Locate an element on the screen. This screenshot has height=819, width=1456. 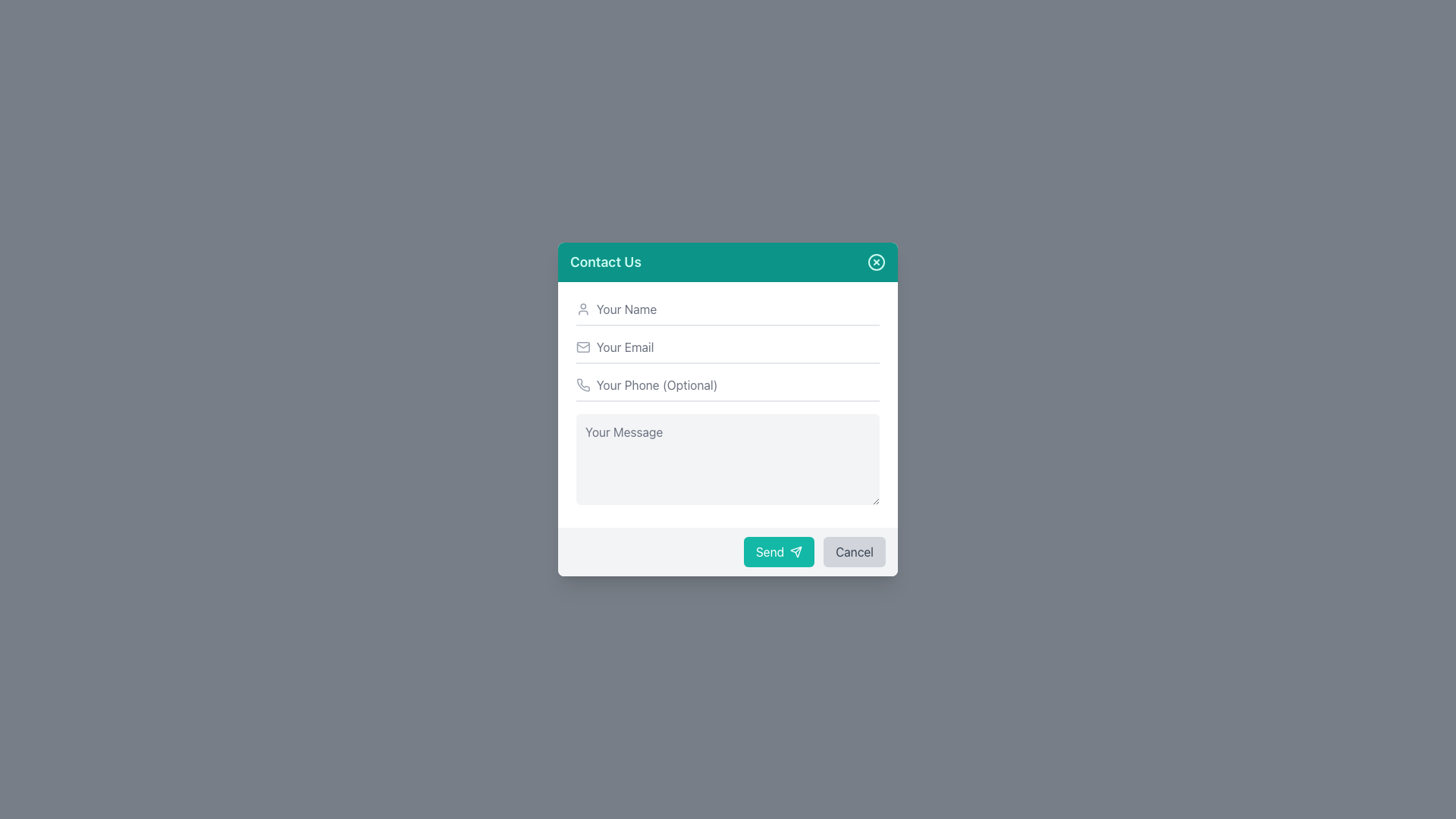
the circular close button with a white stroke located at the top-right corner of the 'Contact Us' green header bar is located at coordinates (877, 262).